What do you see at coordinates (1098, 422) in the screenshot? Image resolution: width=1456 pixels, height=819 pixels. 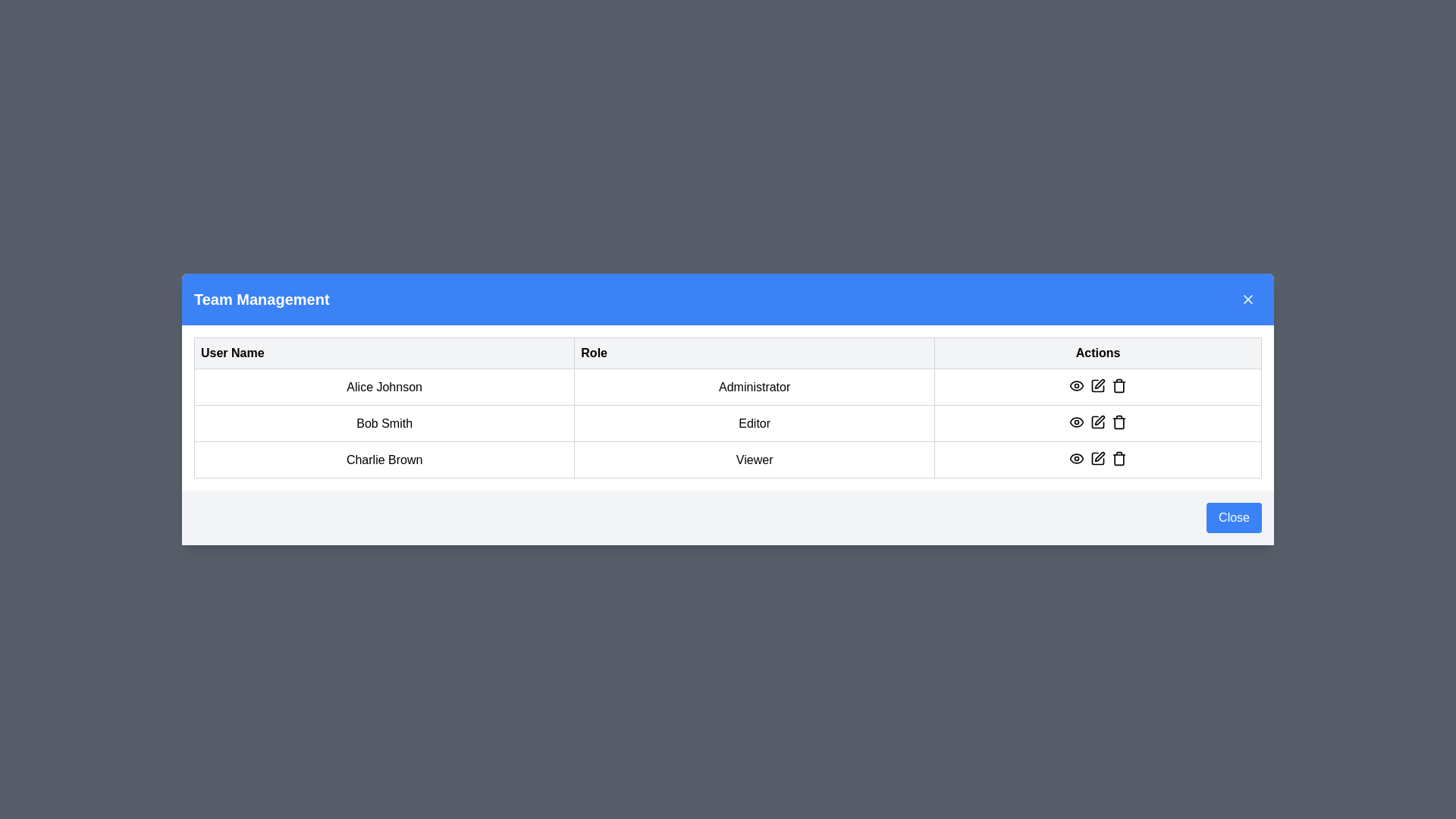 I see `the graphic icon component representing an editing action for the user 'Bob Smith' in the second row of the 'Actions' column` at bounding box center [1098, 422].